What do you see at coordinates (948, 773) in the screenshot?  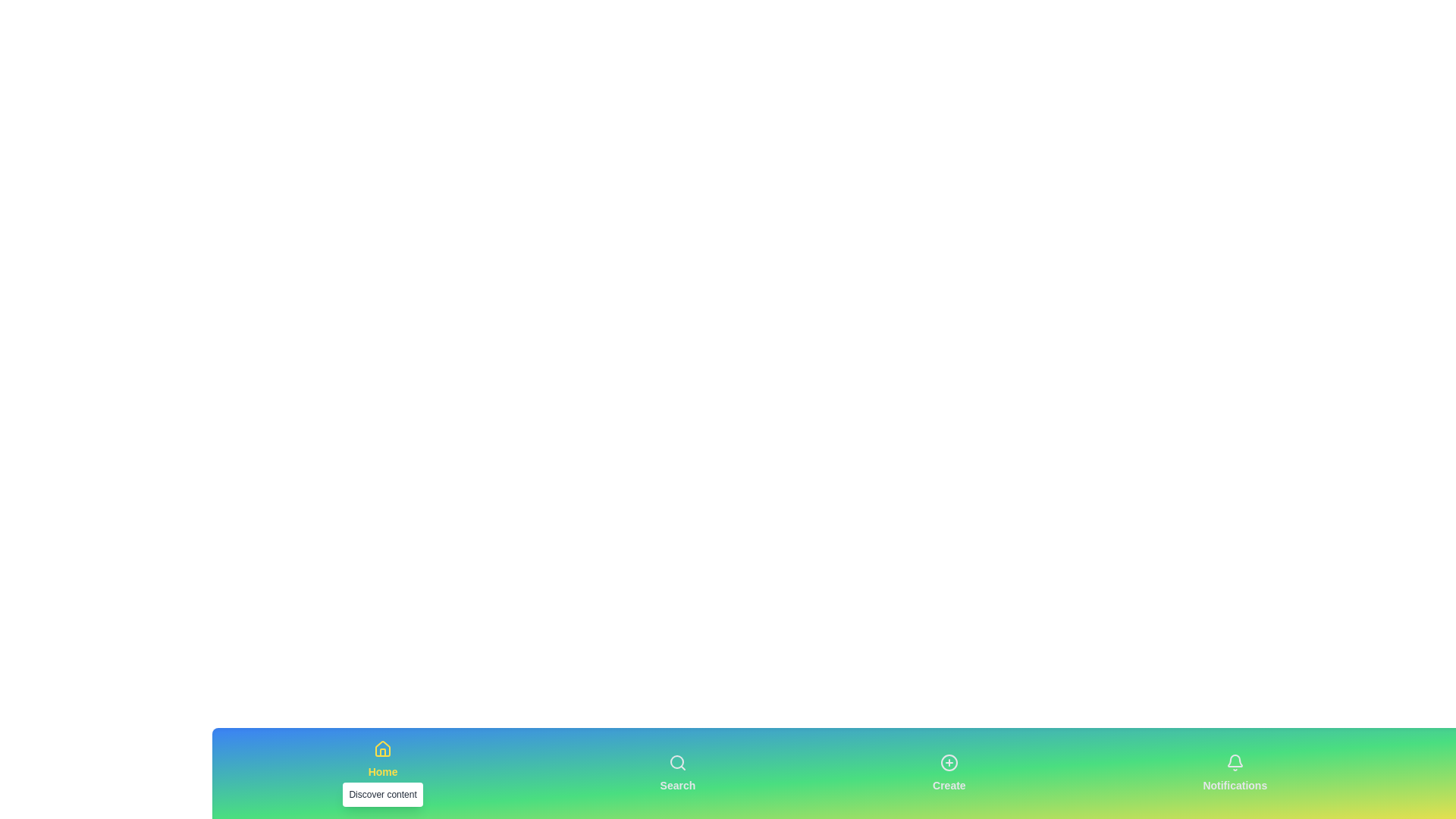 I see `the tab icon labeled 'Create' to observe the hover effect` at bounding box center [948, 773].